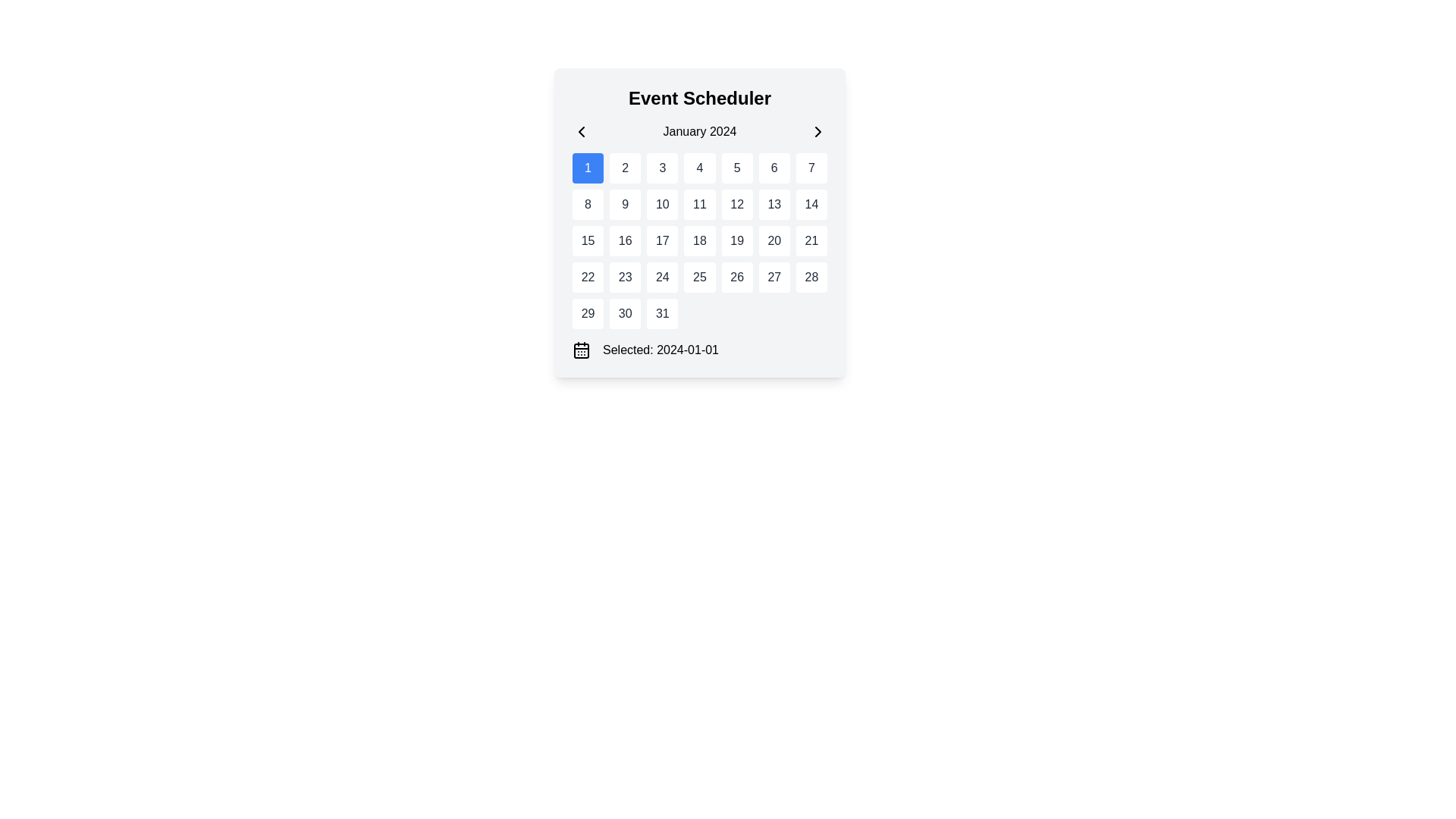 The height and width of the screenshot is (819, 1456). I want to click on the static text label displaying 'Event Scheduler', which is a large, bolded, centrally-aligned text at the top of a grey, rounded box in the calendar interface, so click(698, 99).